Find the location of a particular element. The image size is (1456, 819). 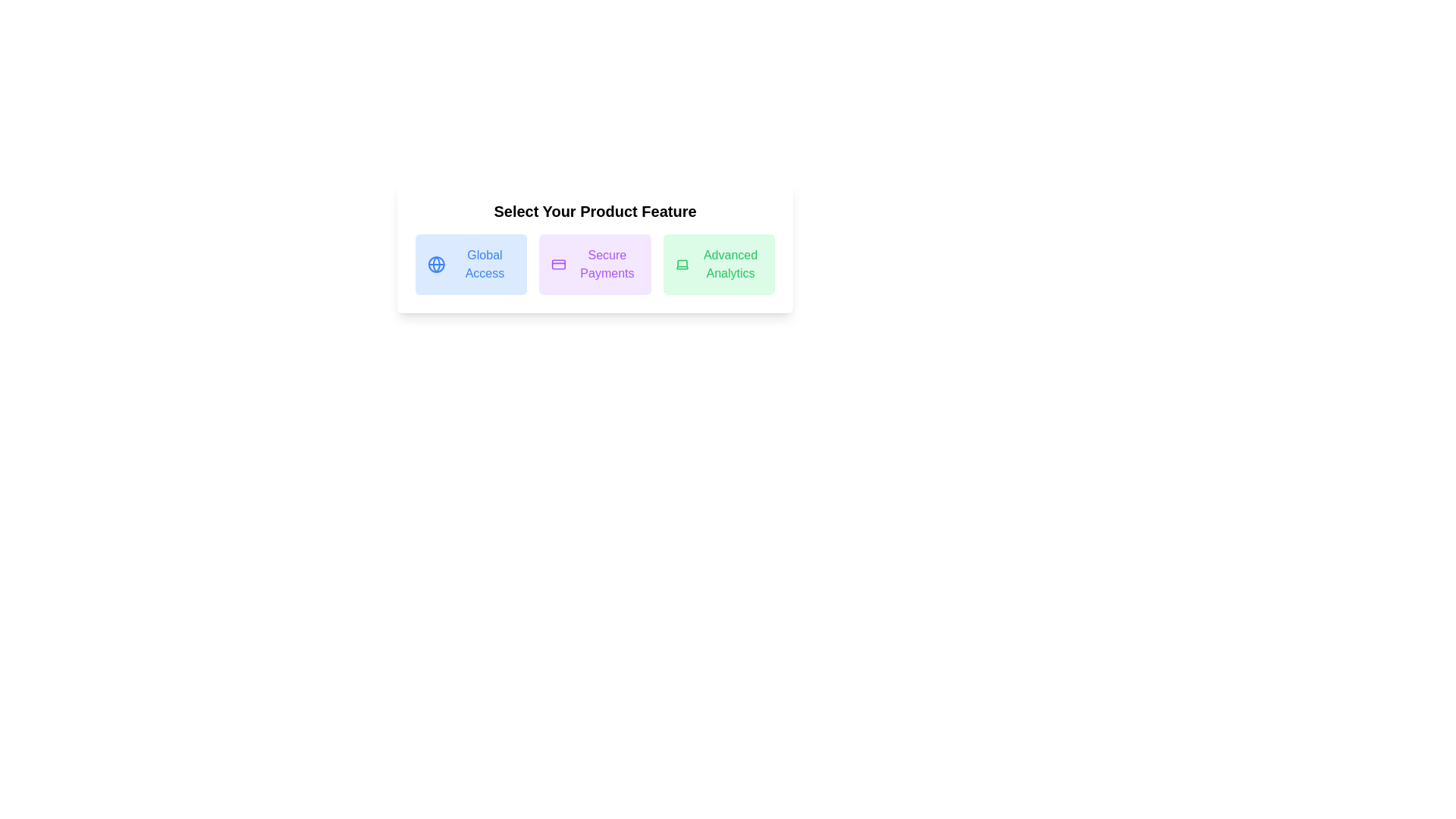

text label that describes the 'Advanced Analytics' feature, located in the rightmost feature card under 'Select Your Product Feature', below the laptop icon is located at coordinates (730, 263).